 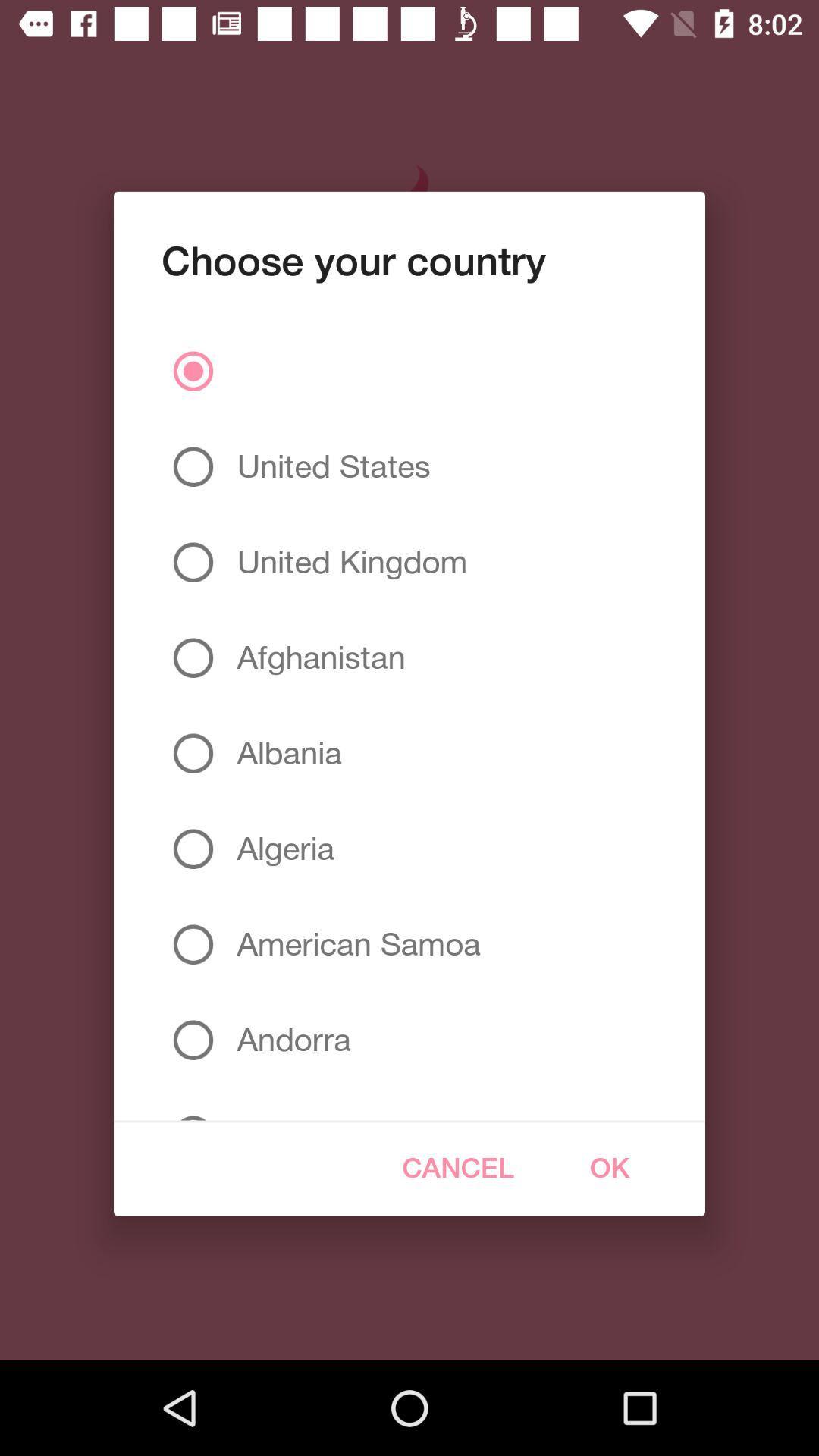 What do you see at coordinates (280, 1104) in the screenshot?
I see `angola` at bounding box center [280, 1104].